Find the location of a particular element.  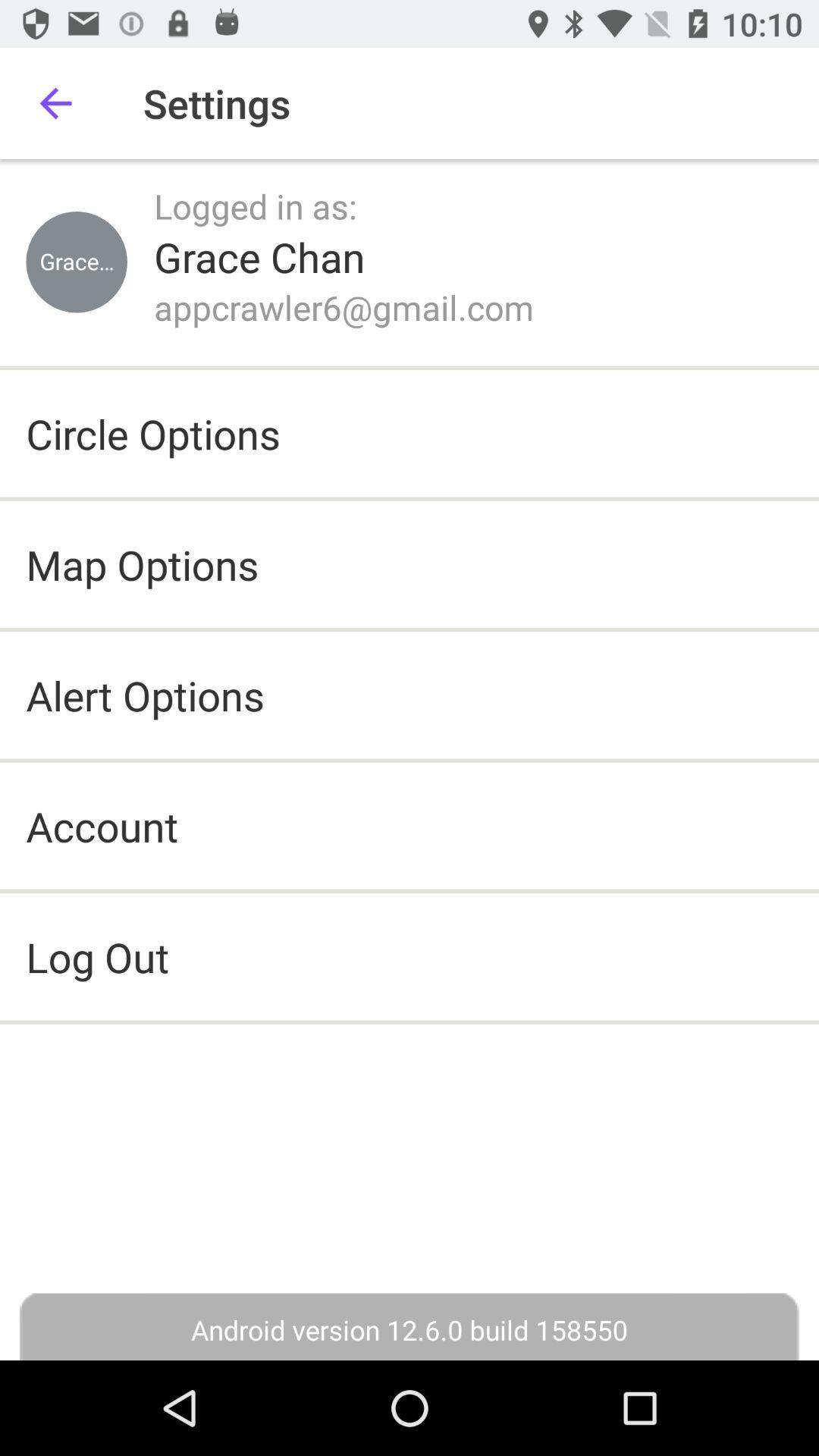

icon above the android version 12 is located at coordinates (409, 955).